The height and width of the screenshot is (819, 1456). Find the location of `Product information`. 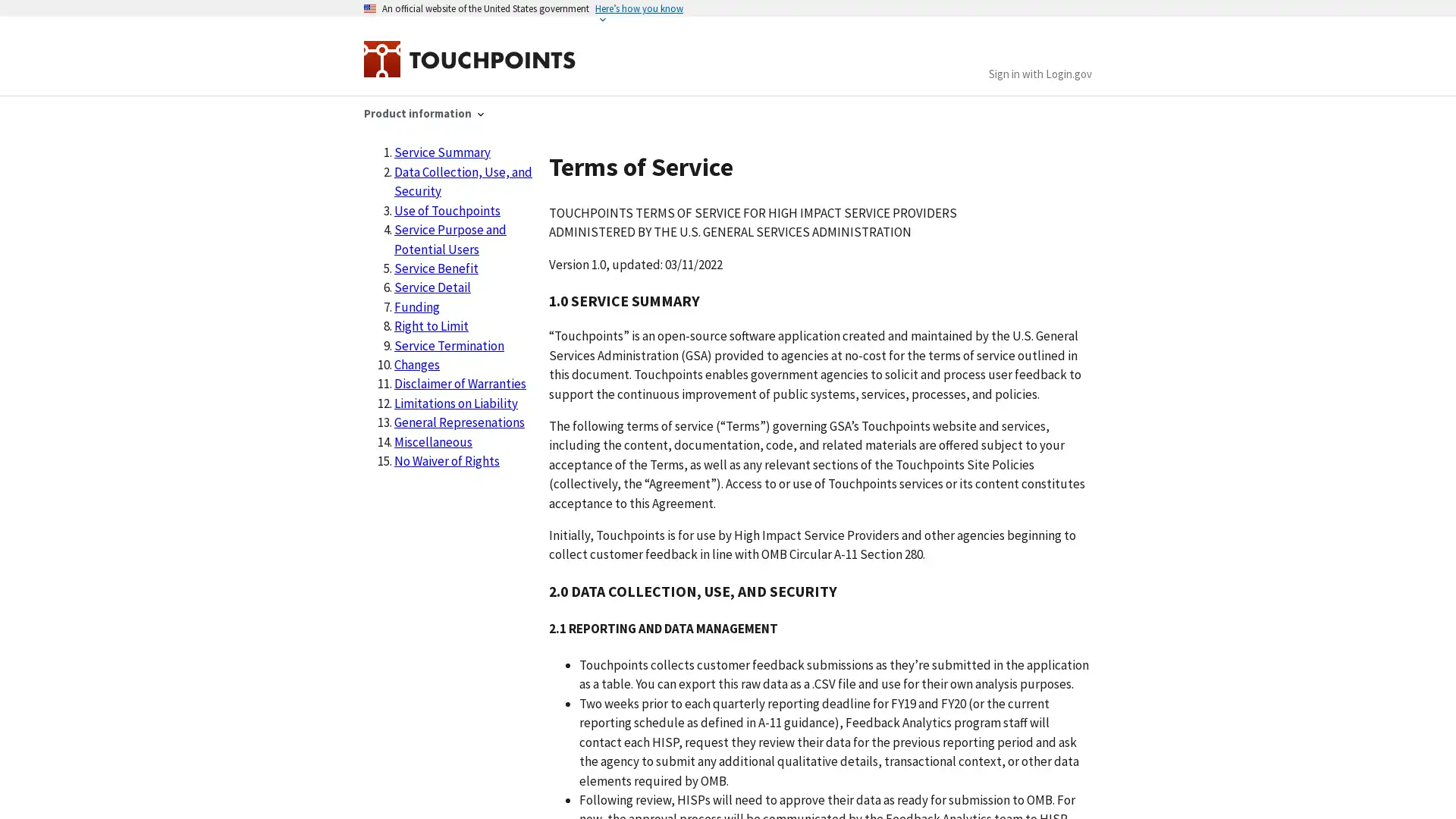

Product information is located at coordinates (423, 112).